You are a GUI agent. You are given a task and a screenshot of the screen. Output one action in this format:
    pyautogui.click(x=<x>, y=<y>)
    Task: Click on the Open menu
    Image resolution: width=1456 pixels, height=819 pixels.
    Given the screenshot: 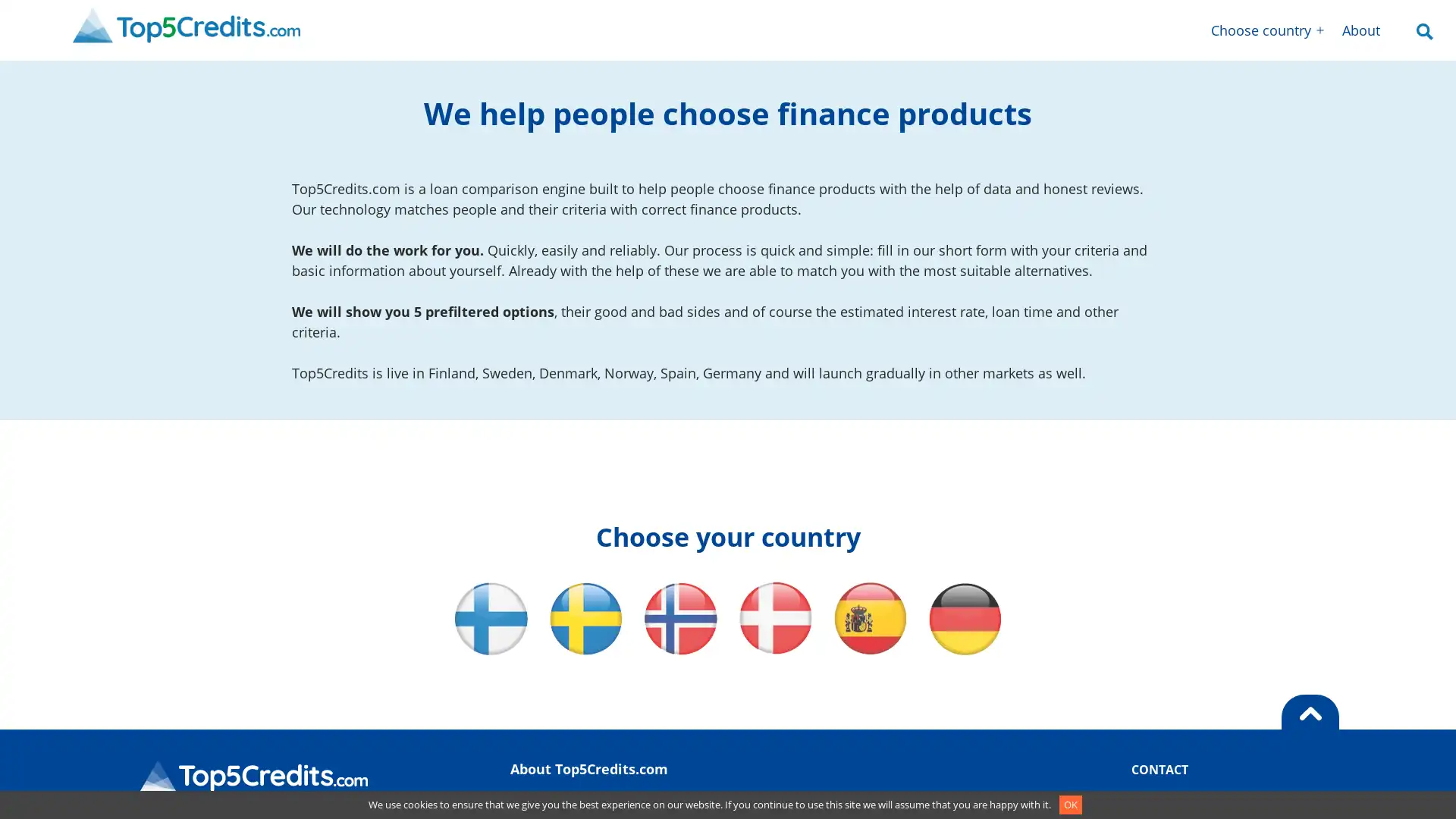 What is the action you would take?
    pyautogui.click(x=1319, y=30)
    